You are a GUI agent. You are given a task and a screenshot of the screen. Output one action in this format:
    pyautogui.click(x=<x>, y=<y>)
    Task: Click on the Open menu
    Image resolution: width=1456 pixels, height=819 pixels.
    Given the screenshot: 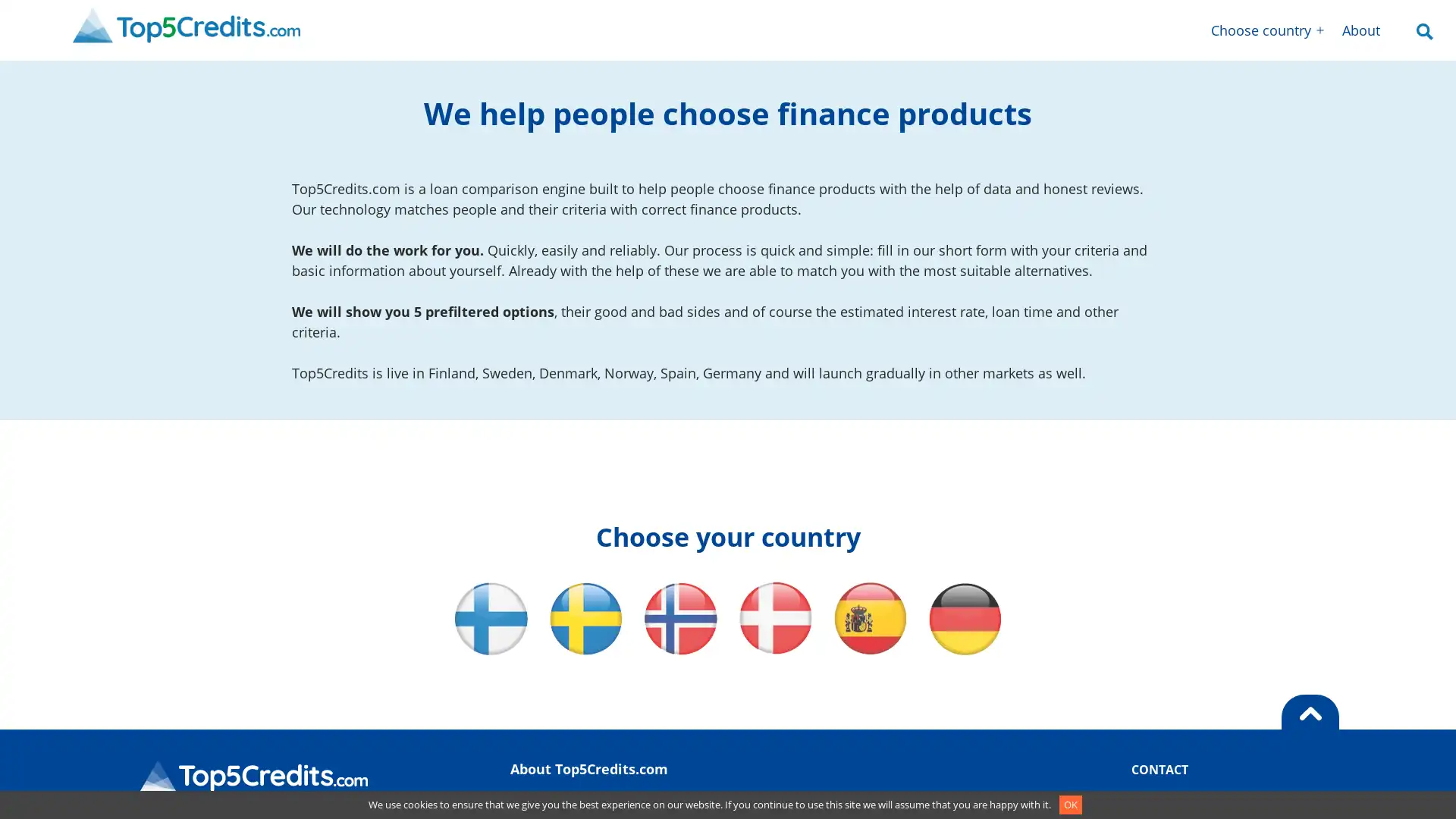 What is the action you would take?
    pyautogui.click(x=1319, y=30)
    